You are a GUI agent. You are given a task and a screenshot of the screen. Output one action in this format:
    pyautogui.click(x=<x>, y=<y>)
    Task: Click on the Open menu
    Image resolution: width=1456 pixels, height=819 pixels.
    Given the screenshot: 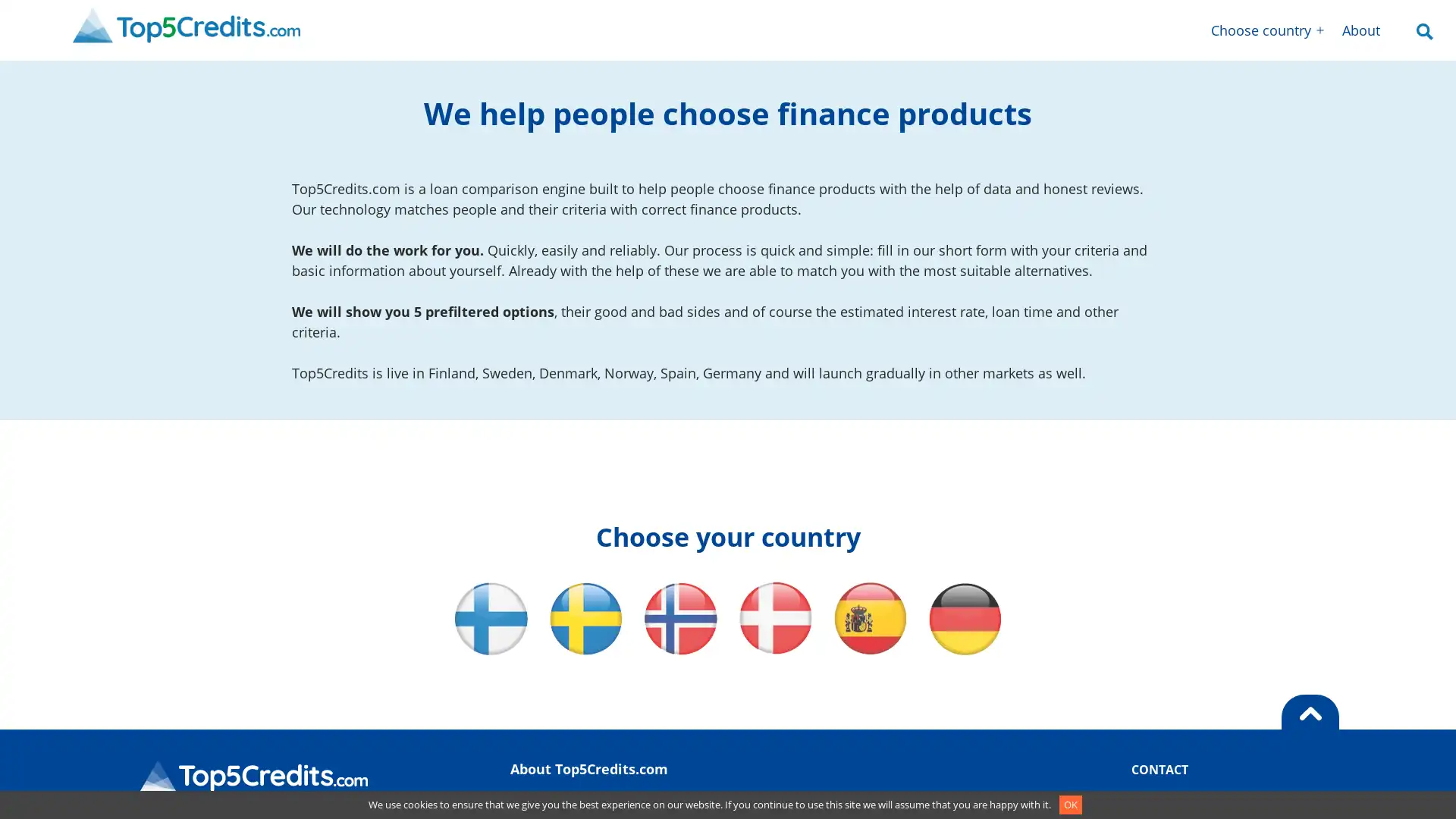 What is the action you would take?
    pyautogui.click(x=1319, y=30)
    